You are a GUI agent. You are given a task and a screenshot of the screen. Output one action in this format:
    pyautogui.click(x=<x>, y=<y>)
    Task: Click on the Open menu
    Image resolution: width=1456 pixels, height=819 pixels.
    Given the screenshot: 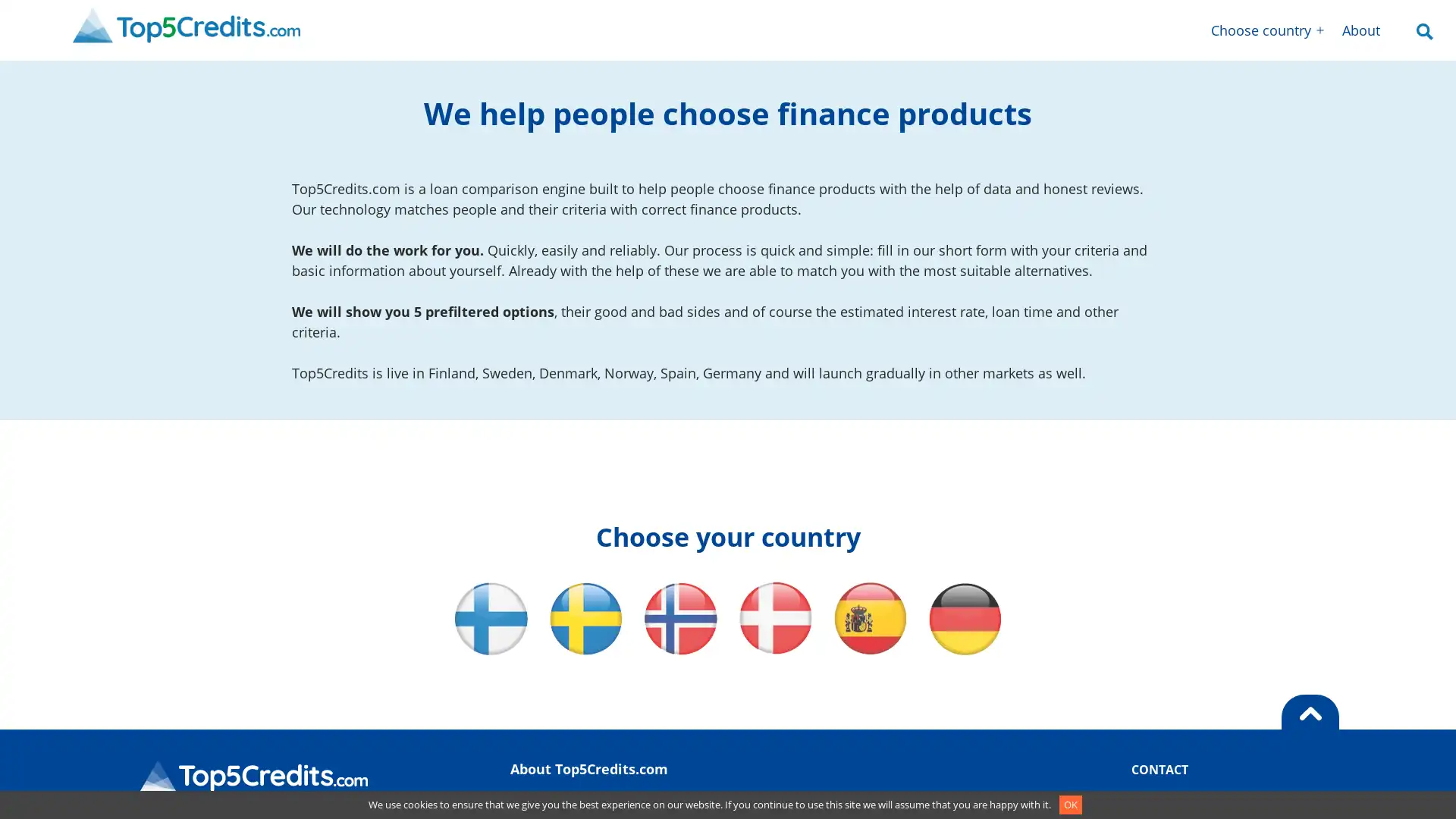 What is the action you would take?
    pyautogui.click(x=1319, y=30)
    